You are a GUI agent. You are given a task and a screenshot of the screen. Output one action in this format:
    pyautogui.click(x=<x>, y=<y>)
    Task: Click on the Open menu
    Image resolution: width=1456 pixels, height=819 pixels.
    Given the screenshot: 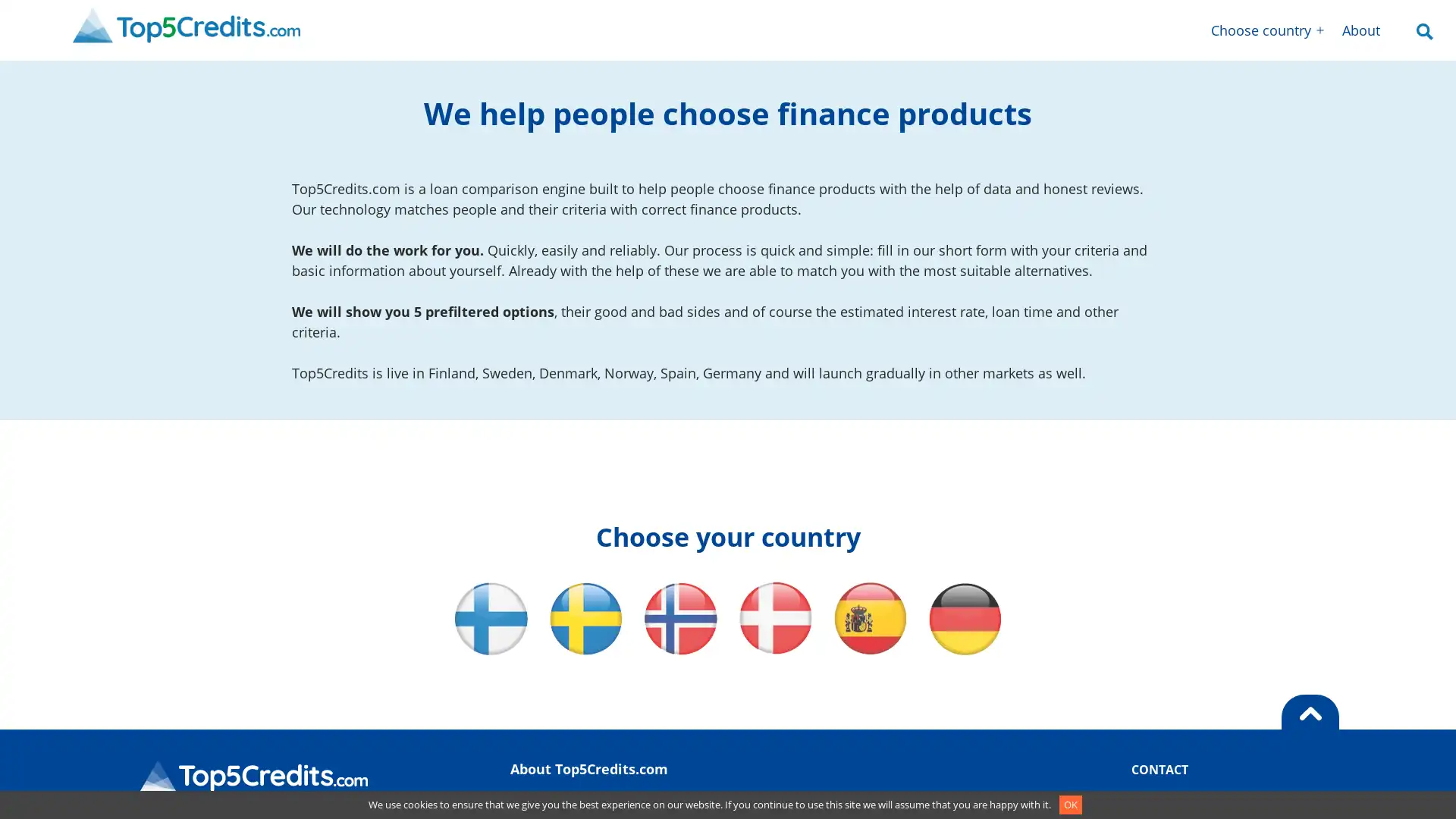 What is the action you would take?
    pyautogui.click(x=1319, y=30)
    